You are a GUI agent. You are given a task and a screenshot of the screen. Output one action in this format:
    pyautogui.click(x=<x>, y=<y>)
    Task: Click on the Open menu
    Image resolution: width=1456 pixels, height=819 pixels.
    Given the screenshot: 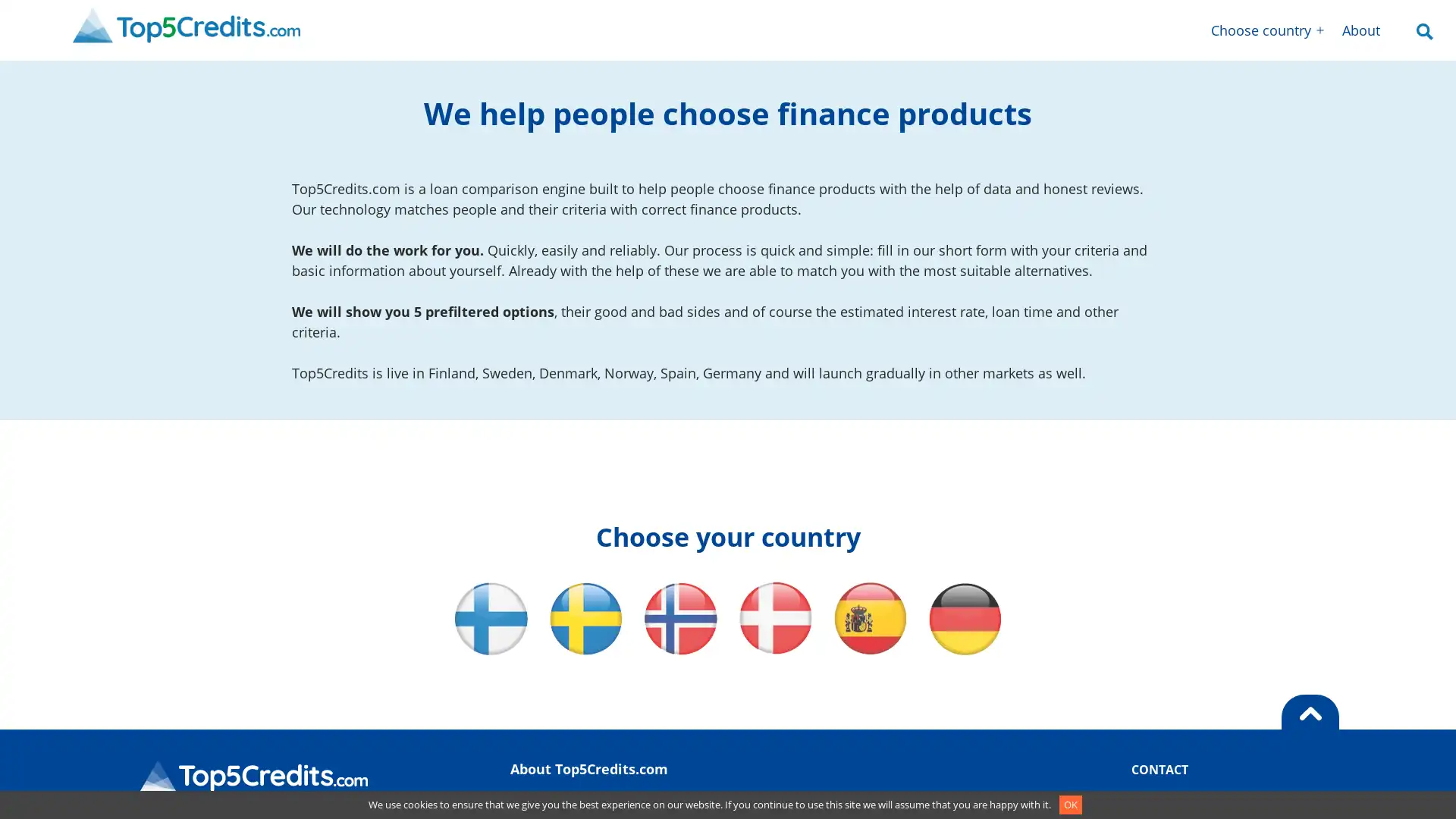 What is the action you would take?
    pyautogui.click(x=1319, y=30)
    